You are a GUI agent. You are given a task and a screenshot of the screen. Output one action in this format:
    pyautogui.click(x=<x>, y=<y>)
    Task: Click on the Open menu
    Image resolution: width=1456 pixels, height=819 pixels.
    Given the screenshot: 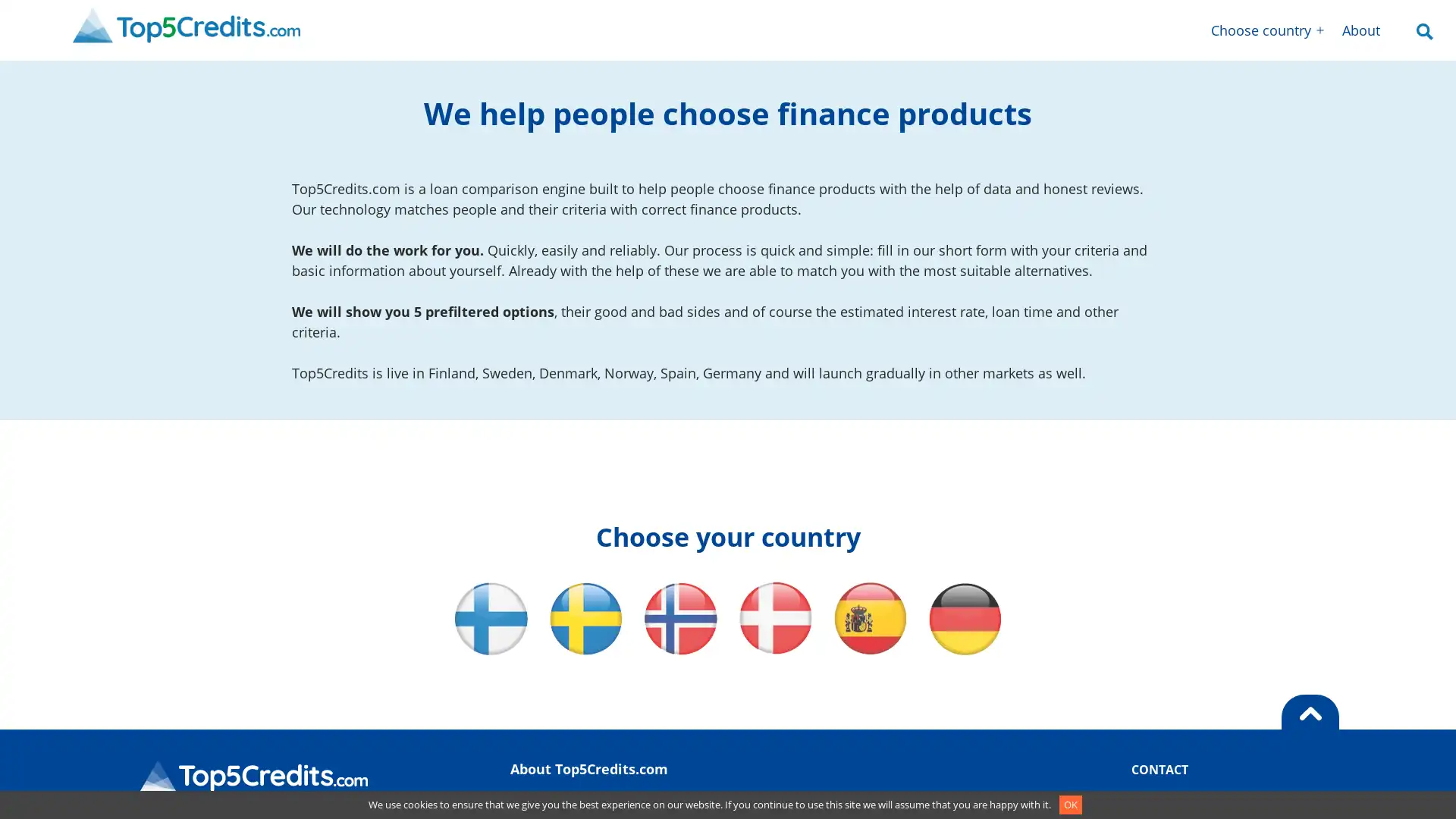 What is the action you would take?
    pyautogui.click(x=1319, y=30)
    